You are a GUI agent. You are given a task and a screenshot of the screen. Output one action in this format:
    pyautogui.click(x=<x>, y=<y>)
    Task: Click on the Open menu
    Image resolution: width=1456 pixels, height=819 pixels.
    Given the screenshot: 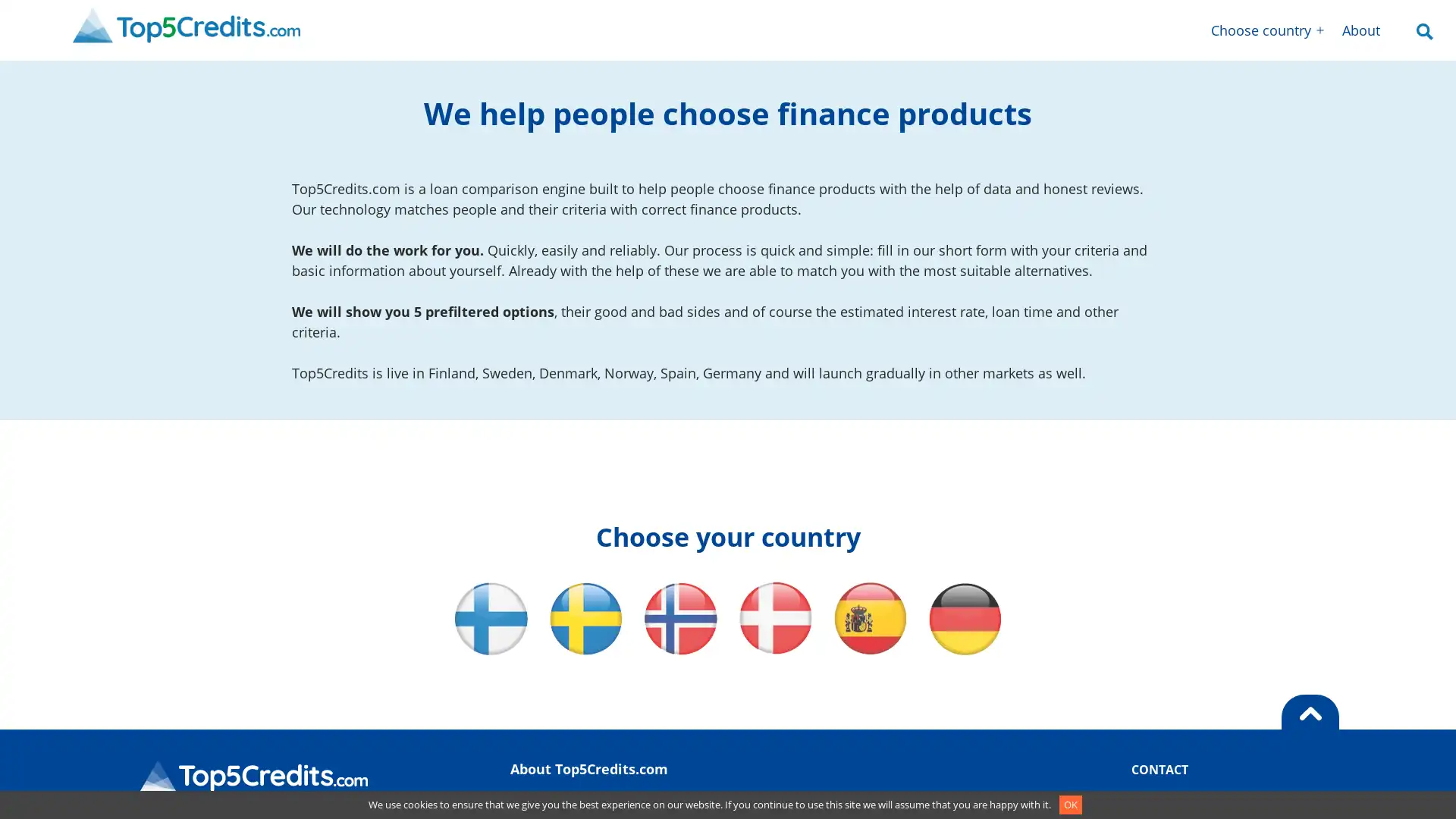 What is the action you would take?
    pyautogui.click(x=1319, y=30)
    